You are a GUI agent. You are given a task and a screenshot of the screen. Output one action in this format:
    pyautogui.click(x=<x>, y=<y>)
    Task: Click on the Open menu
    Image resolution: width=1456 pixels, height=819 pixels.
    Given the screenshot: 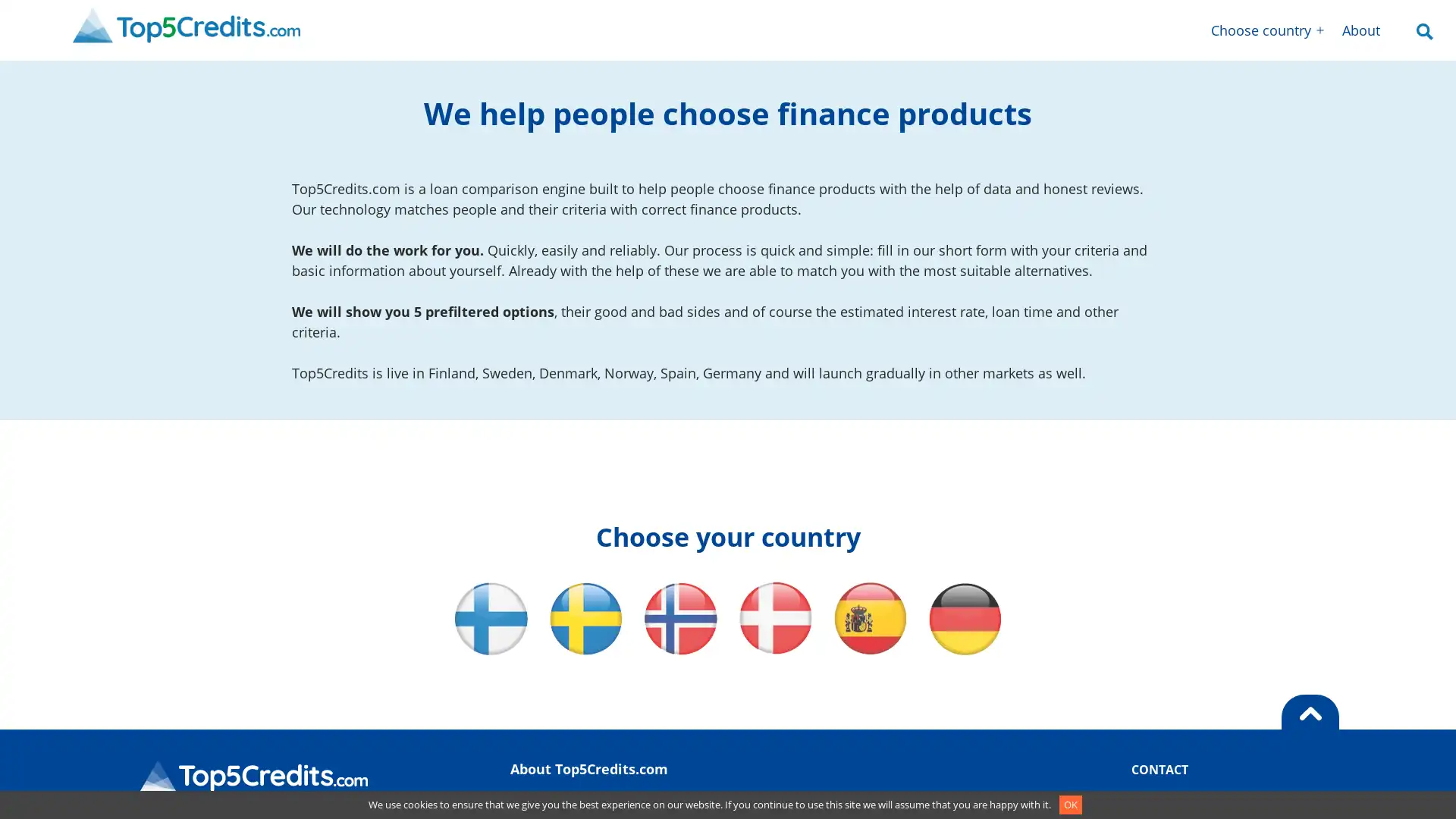 What is the action you would take?
    pyautogui.click(x=1319, y=30)
    